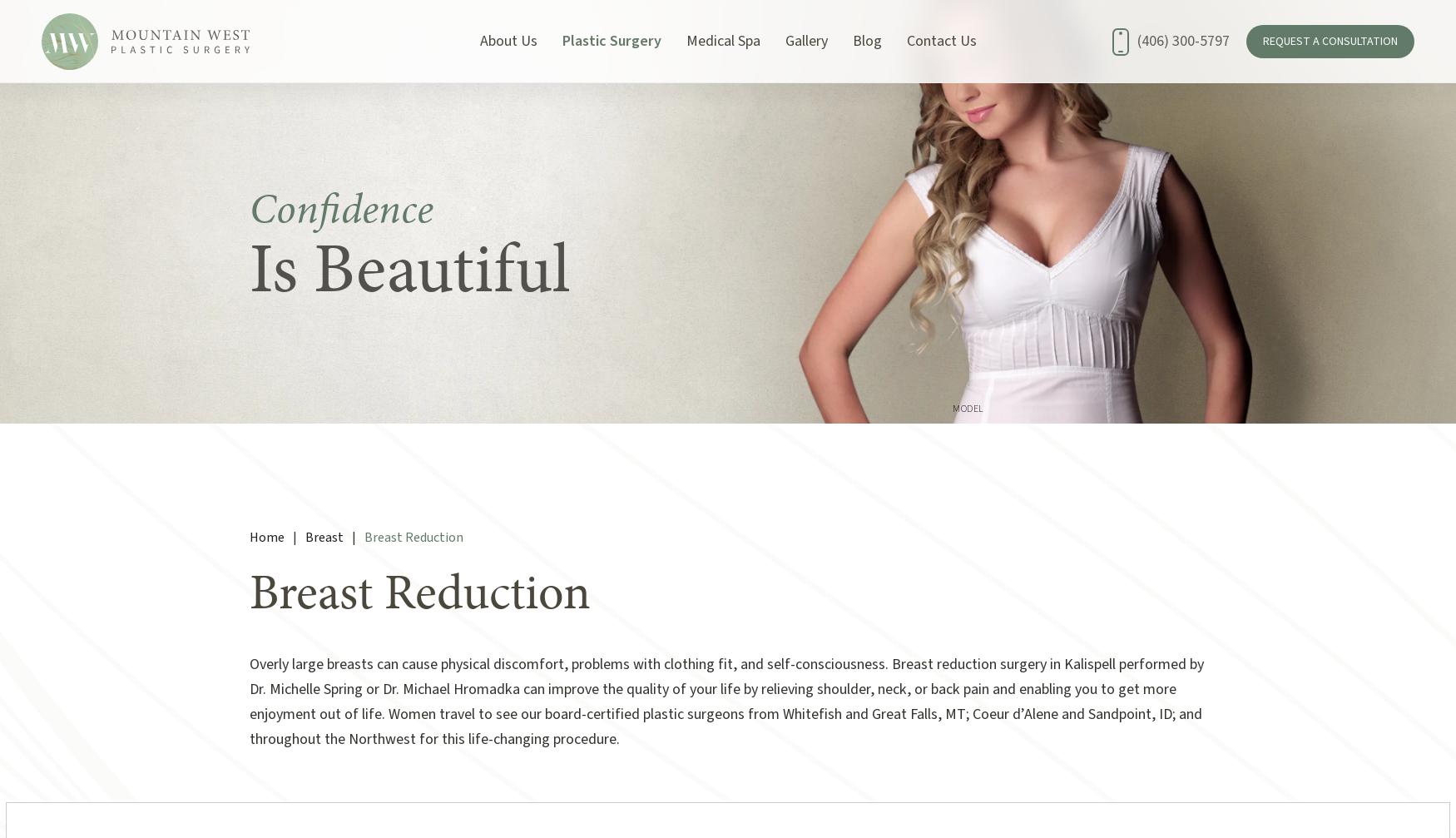  I want to click on 'Plastic Surgery', so click(611, 41).